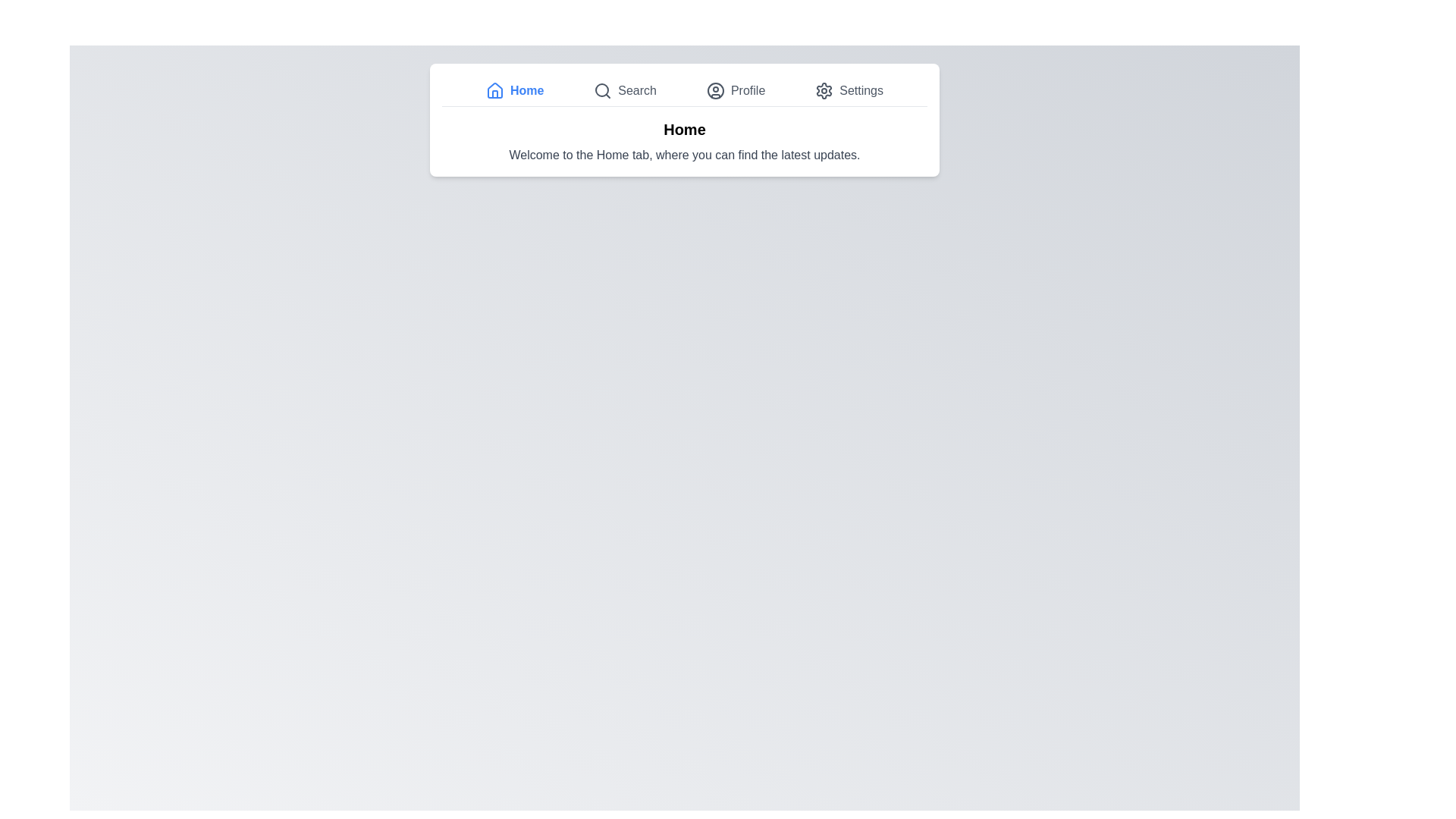 The width and height of the screenshot is (1456, 819). What do you see at coordinates (494, 90) in the screenshot?
I see `the 'Home' icon located in the top navigation bar` at bounding box center [494, 90].